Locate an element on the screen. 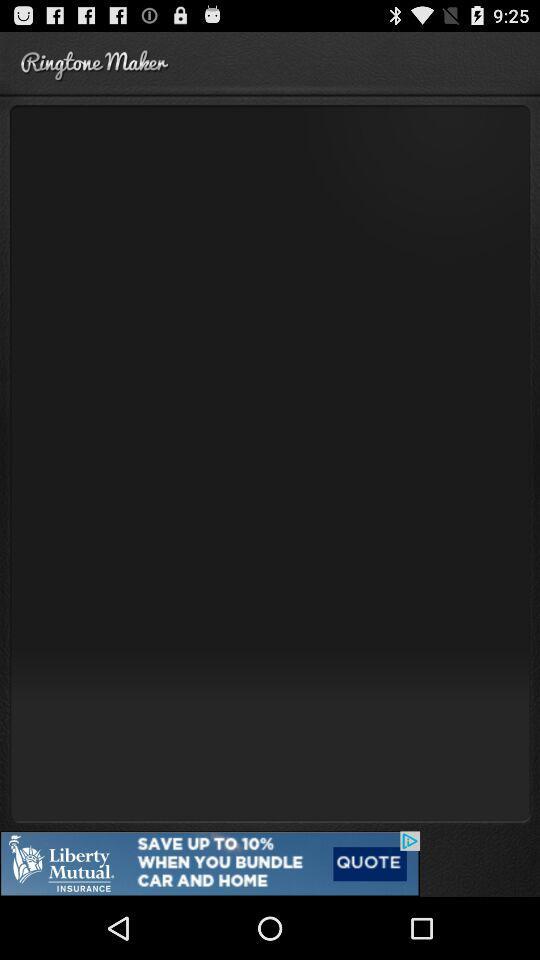 The height and width of the screenshot is (960, 540). new pega is located at coordinates (270, 462).